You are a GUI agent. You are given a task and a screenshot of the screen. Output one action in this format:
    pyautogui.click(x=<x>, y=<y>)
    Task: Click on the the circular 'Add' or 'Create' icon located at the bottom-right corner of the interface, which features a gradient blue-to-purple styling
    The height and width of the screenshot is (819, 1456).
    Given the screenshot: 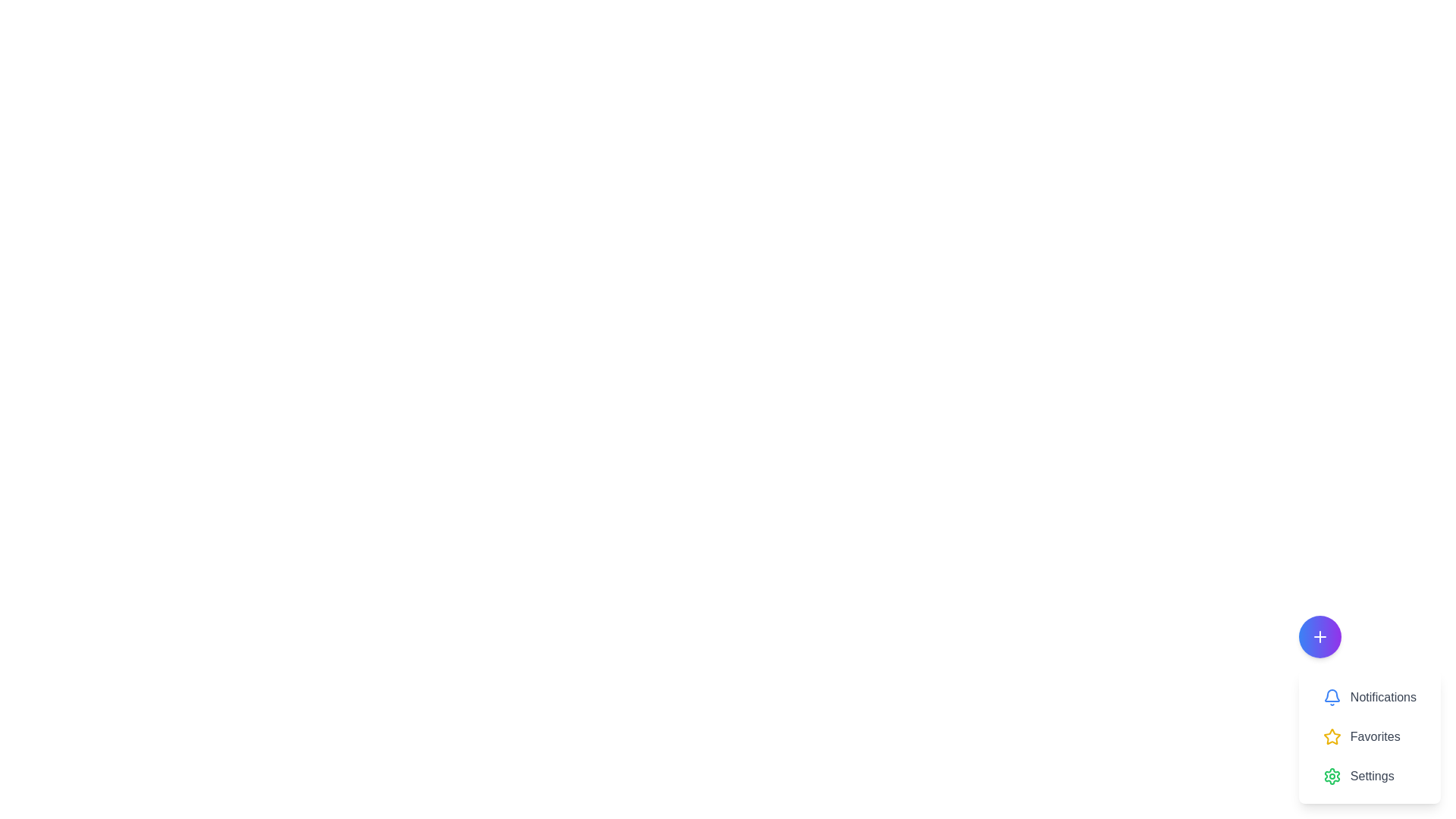 What is the action you would take?
    pyautogui.click(x=1319, y=637)
    